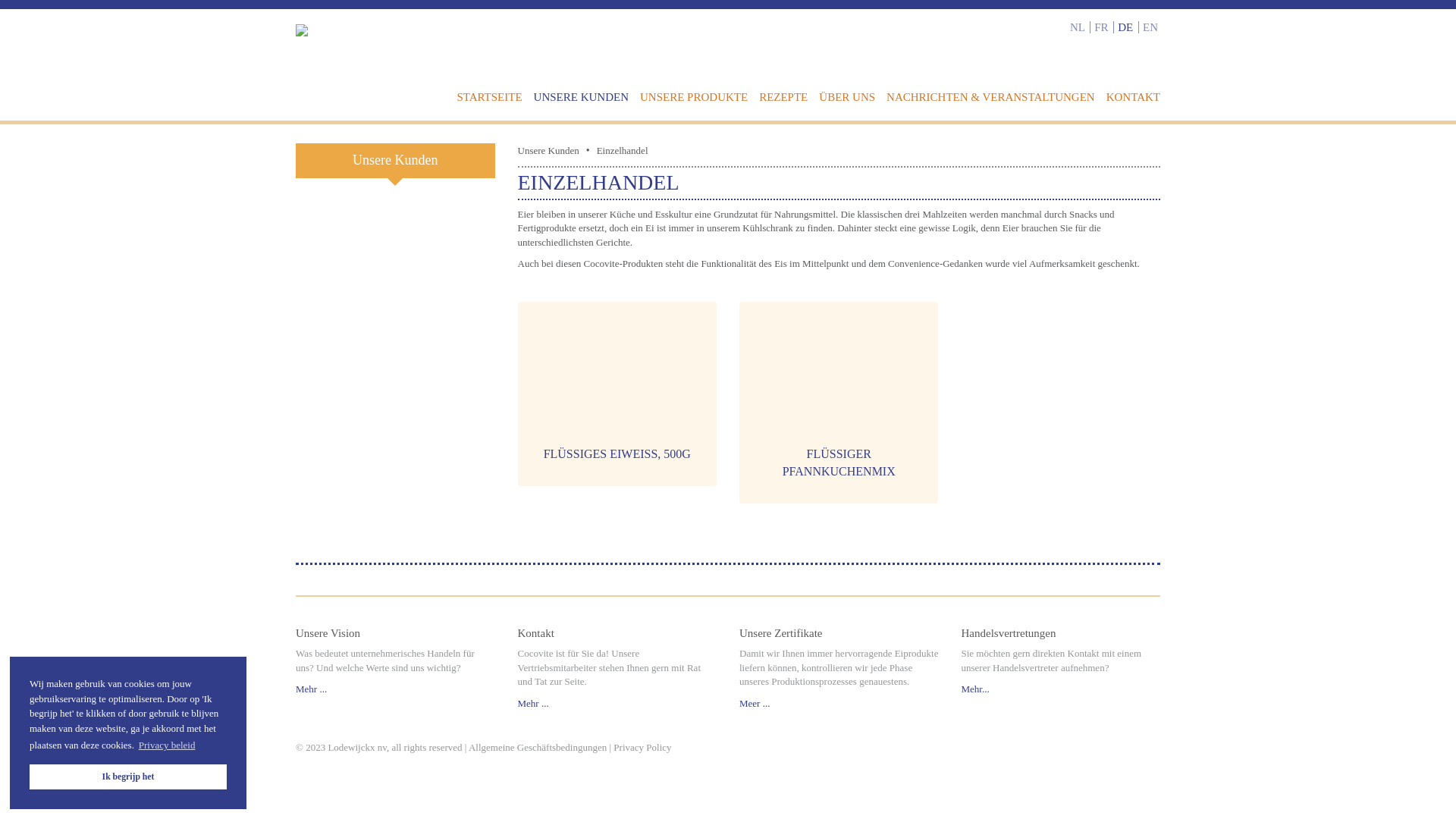 Image resolution: width=1456 pixels, height=819 pixels. I want to click on 'Mehr ...', so click(516, 703).